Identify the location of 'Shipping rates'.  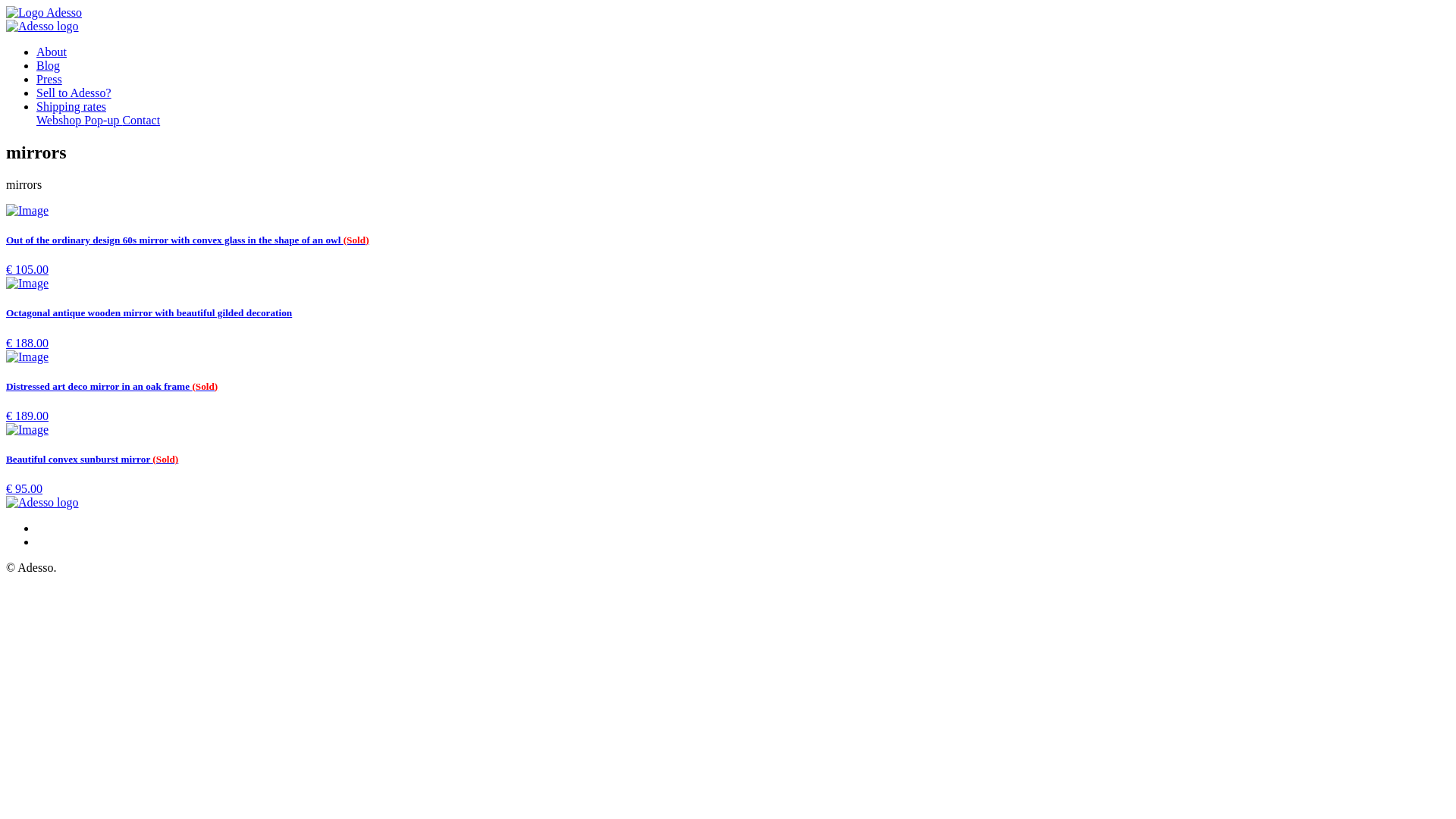
(36, 105).